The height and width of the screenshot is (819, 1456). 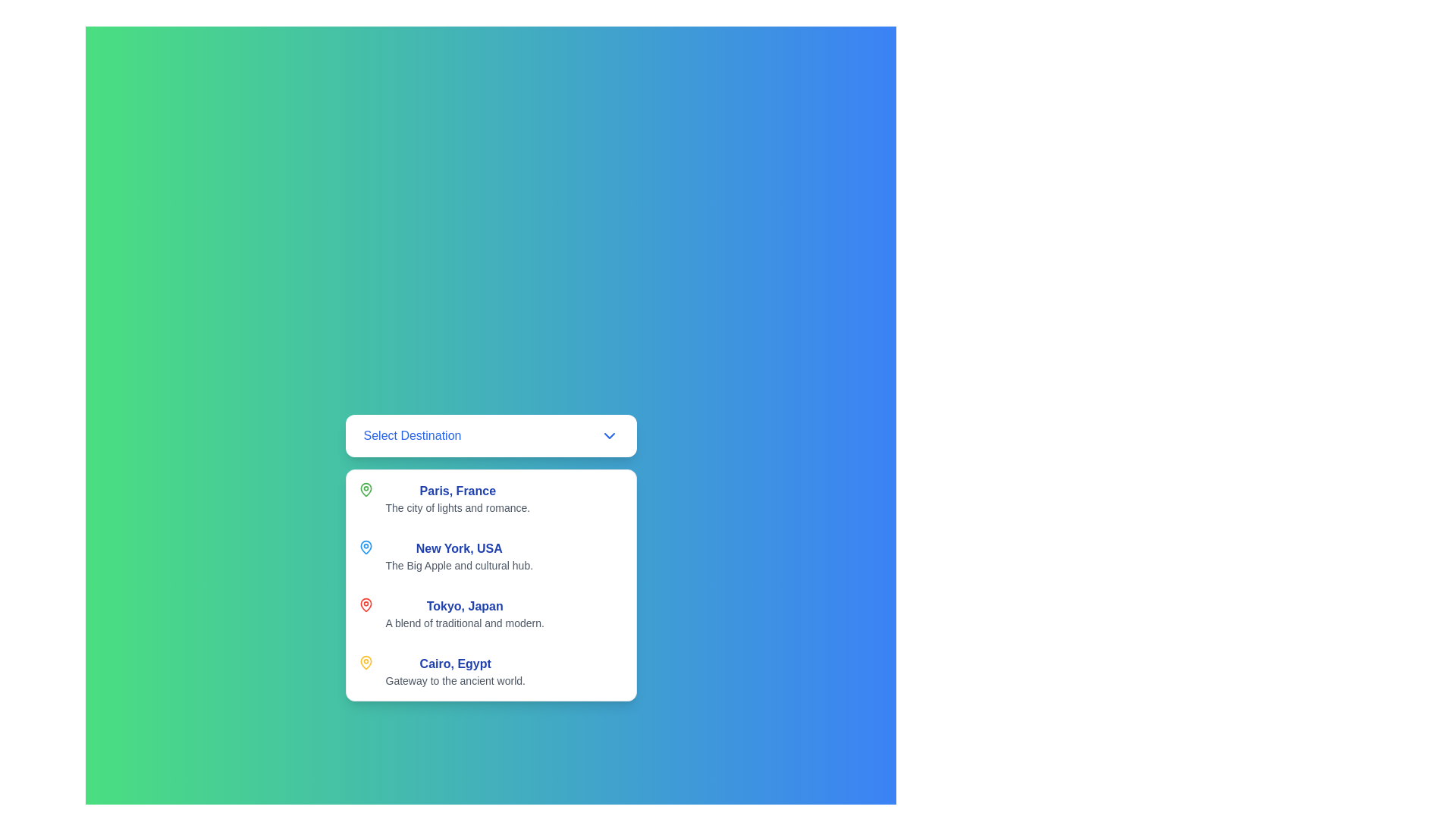 What do you see at coordinates (366, 662) in the screenshot?
I see `the yellow map pin icon located to the left of the 'Cairo, Egypt' text` at bounding box center [366, 662].